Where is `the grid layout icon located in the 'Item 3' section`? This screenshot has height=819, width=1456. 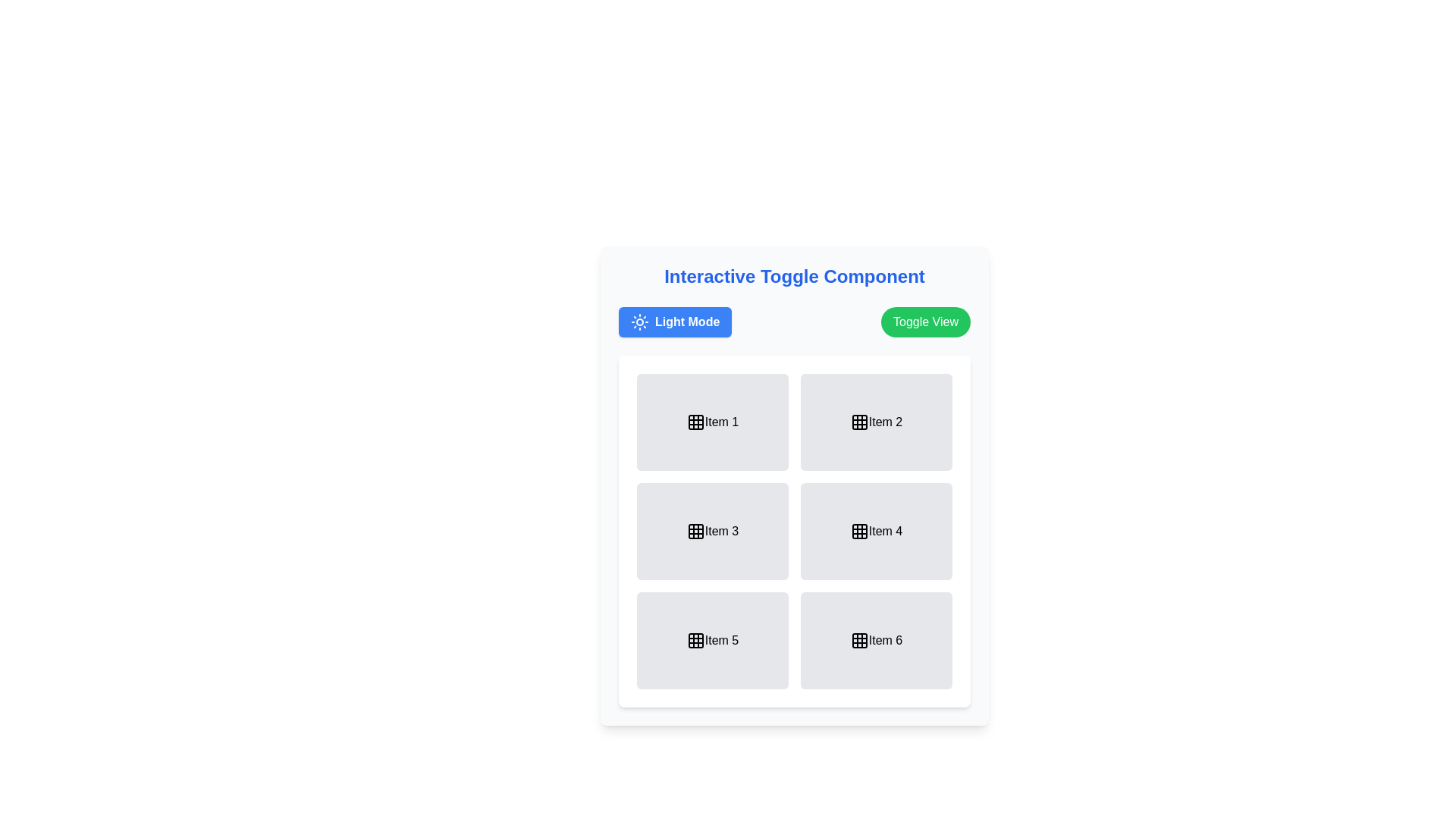 the grid layout icon located in the 'Item 3' section is located at coordinates (695, 531).